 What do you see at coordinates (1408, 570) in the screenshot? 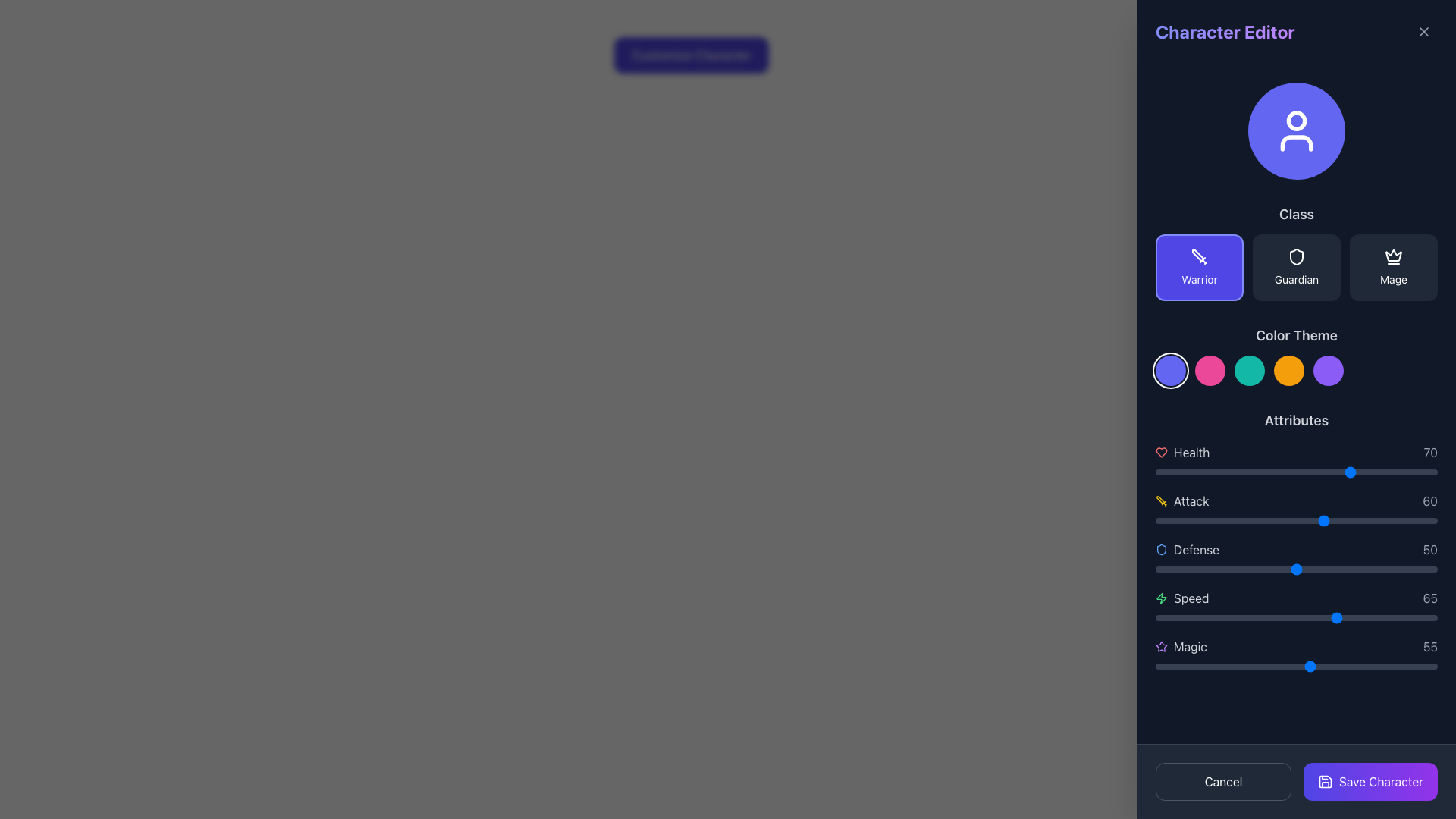
I see `the defense attribute` at bounding box center [1408, 570].